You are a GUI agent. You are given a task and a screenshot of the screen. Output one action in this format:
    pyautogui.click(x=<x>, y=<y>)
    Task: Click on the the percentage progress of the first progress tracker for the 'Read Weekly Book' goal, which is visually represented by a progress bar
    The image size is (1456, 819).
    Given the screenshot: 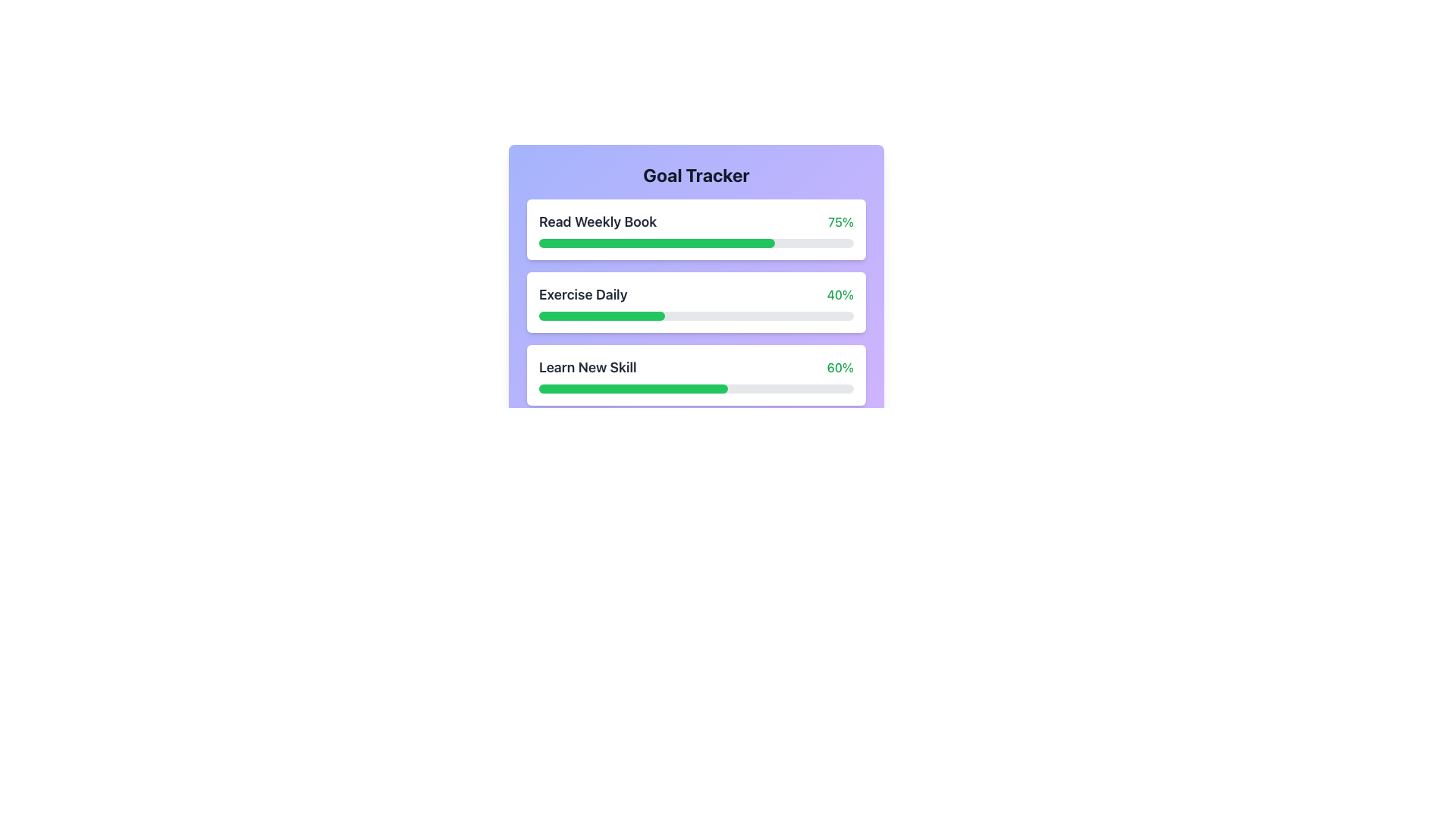 What is the action you would take?
    pyautogui.click(x=695, y=230)
    